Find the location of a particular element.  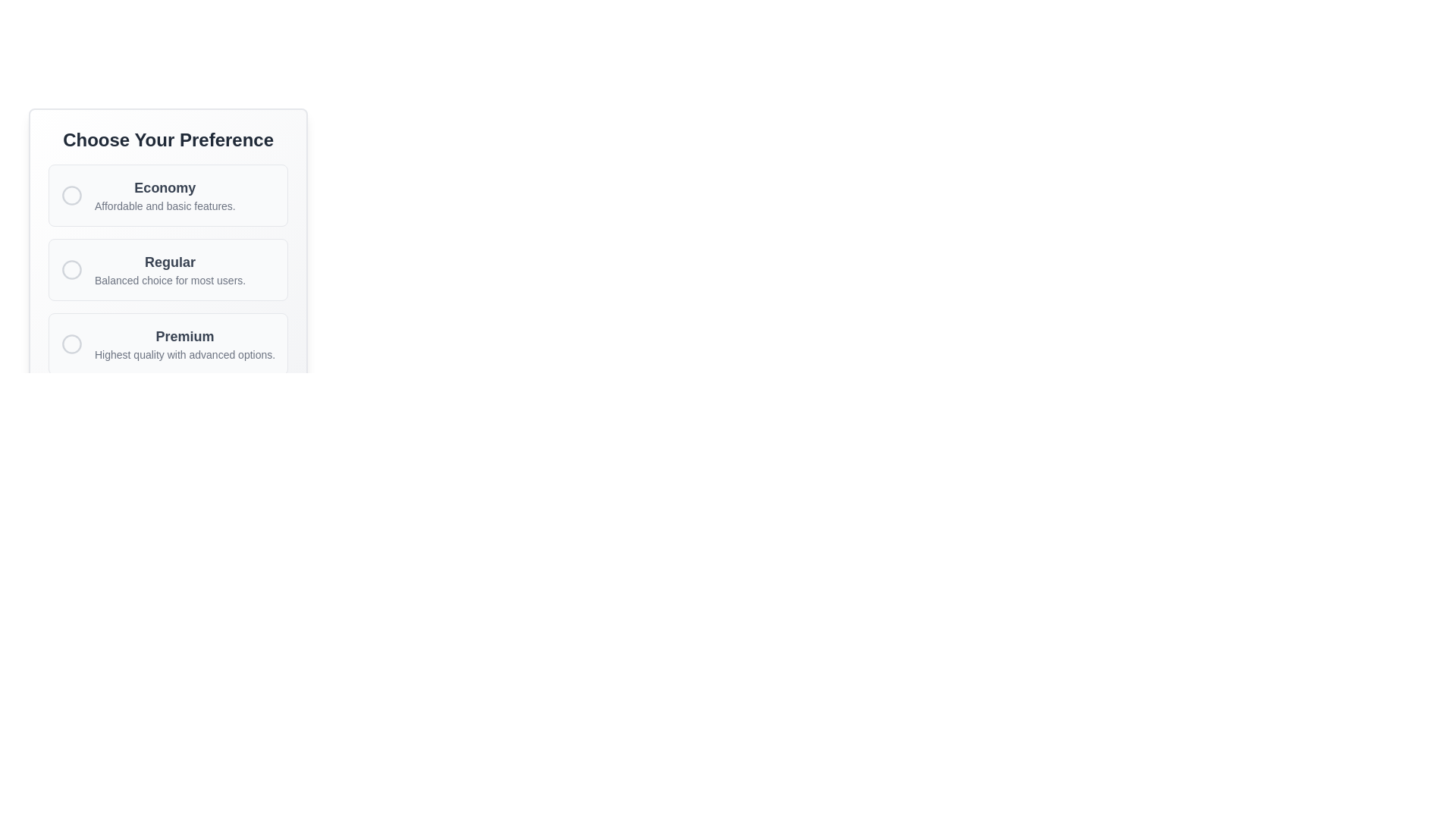

the inactive circular radio button located to the left of the 'Premium' text under the 'Choose Your Preference' header is located at coordinates (71, 344).